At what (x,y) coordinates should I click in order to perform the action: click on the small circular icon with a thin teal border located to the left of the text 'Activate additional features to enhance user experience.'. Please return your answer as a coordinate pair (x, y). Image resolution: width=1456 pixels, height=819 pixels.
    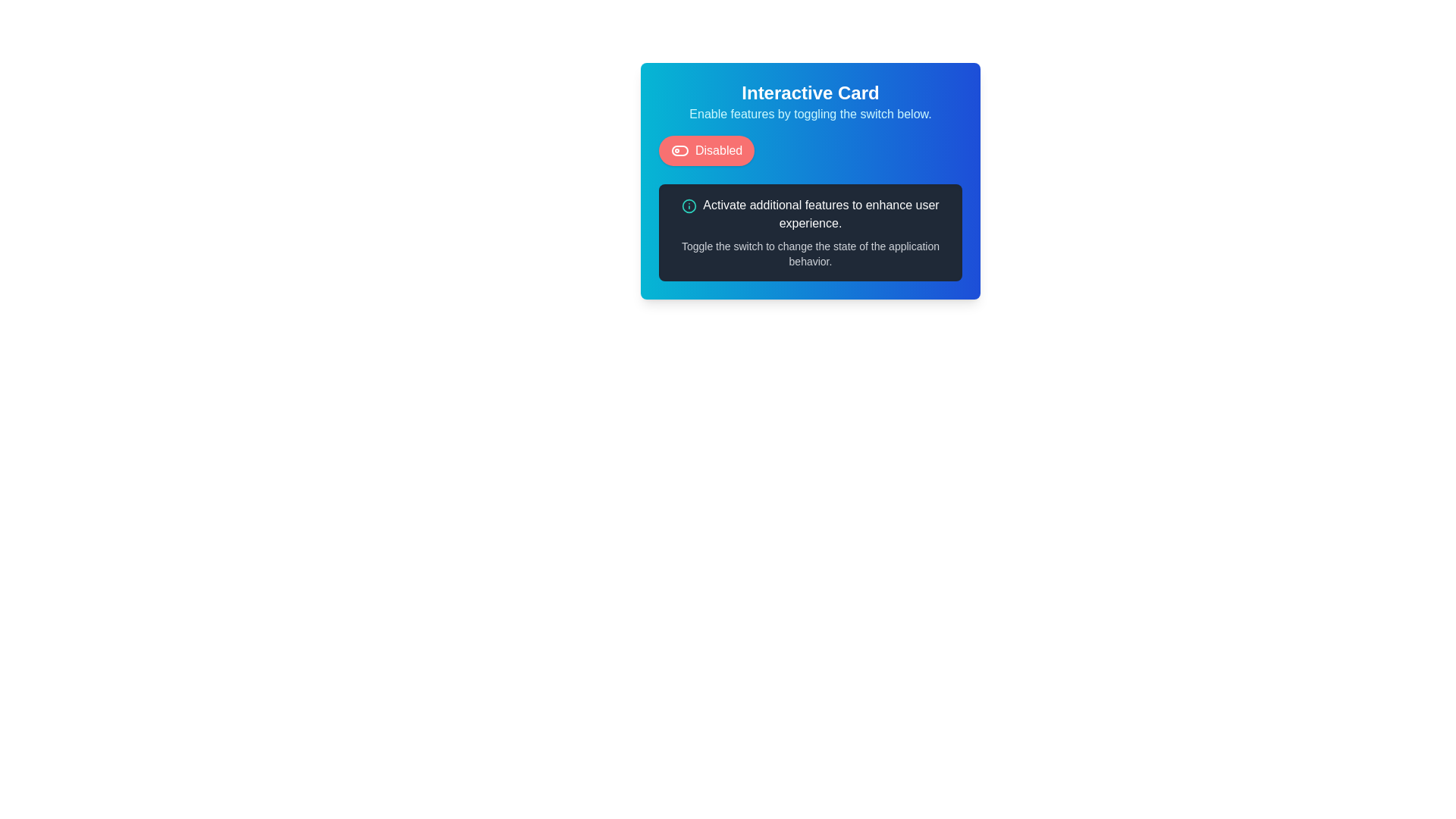
    Looking at the image, I should click on (689, 206).